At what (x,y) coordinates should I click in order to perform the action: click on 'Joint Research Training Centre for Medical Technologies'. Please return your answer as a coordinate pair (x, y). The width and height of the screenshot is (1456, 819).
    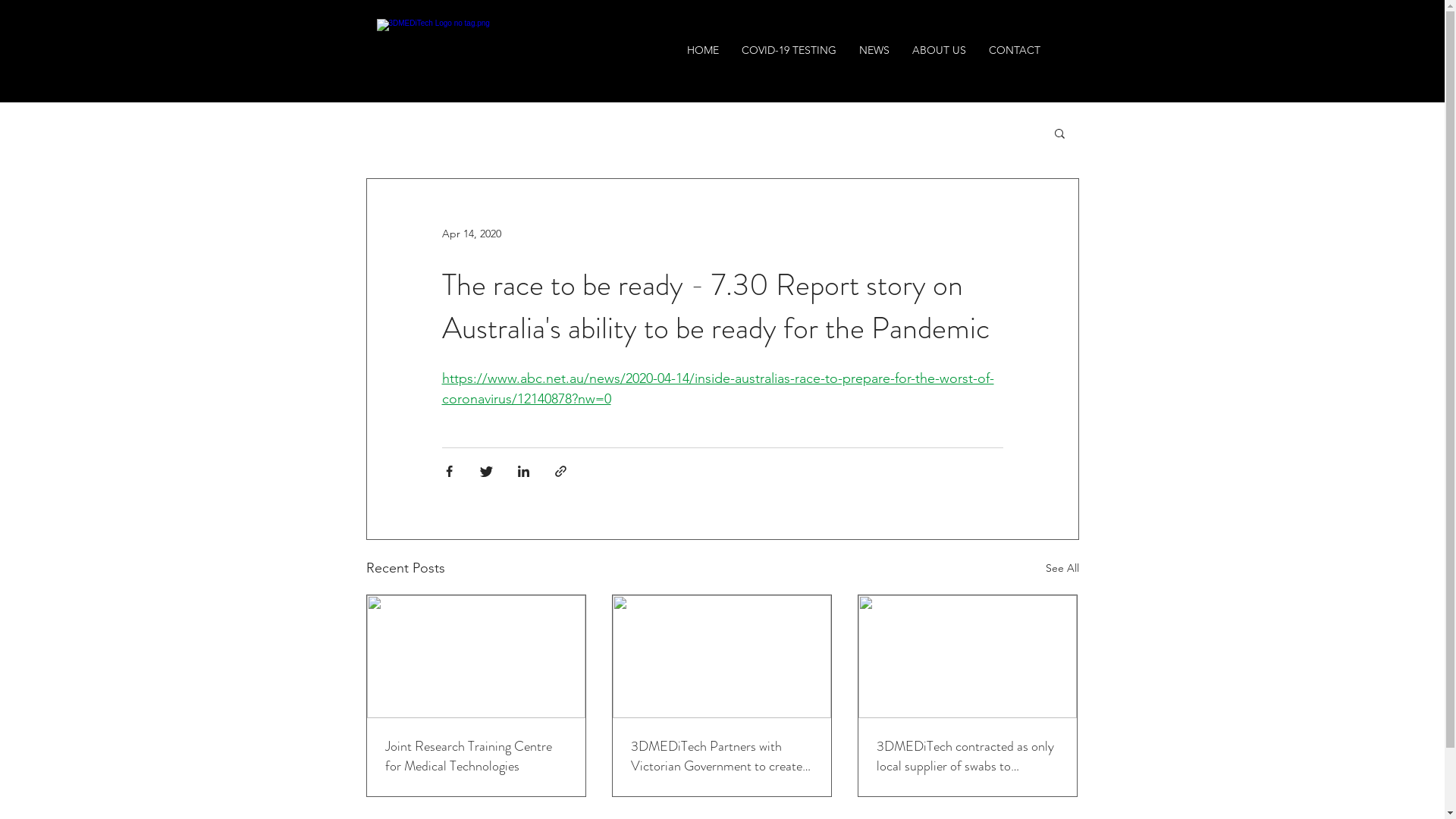
    Looking at the image, I should click on (475, 755).